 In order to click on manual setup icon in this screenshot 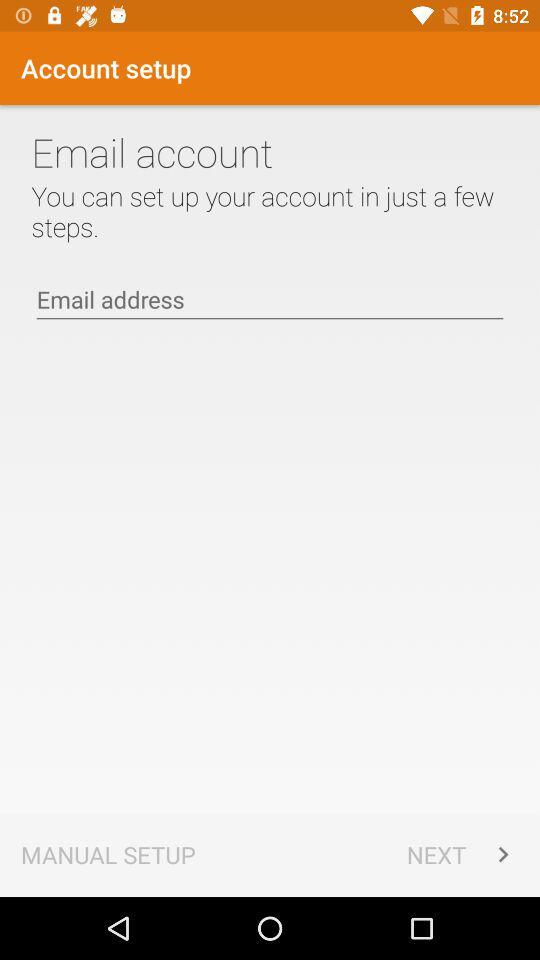, I will do `click(108, 853)`.